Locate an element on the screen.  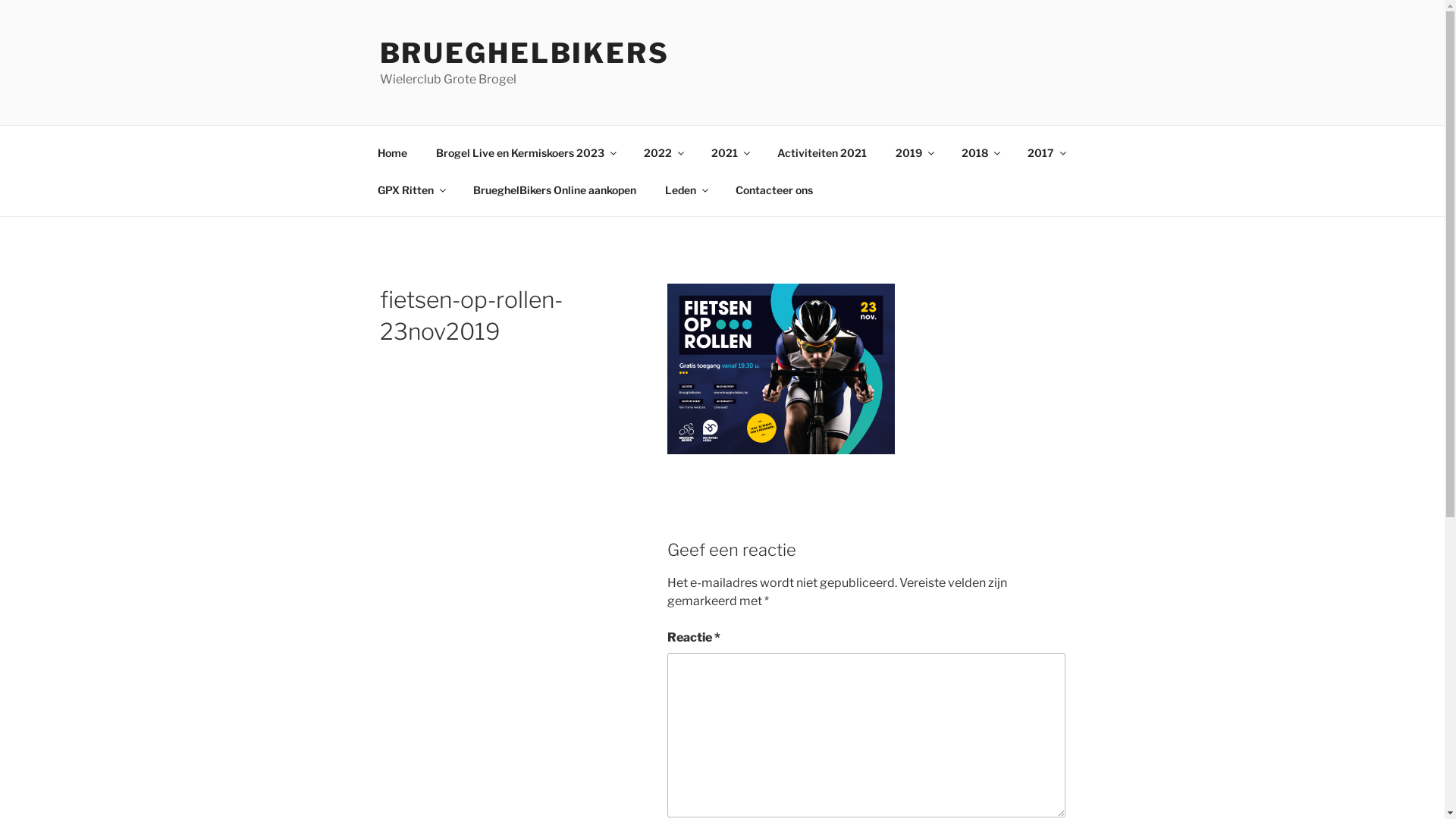
'Contacteer ons' is located at coordinates (773, 189).